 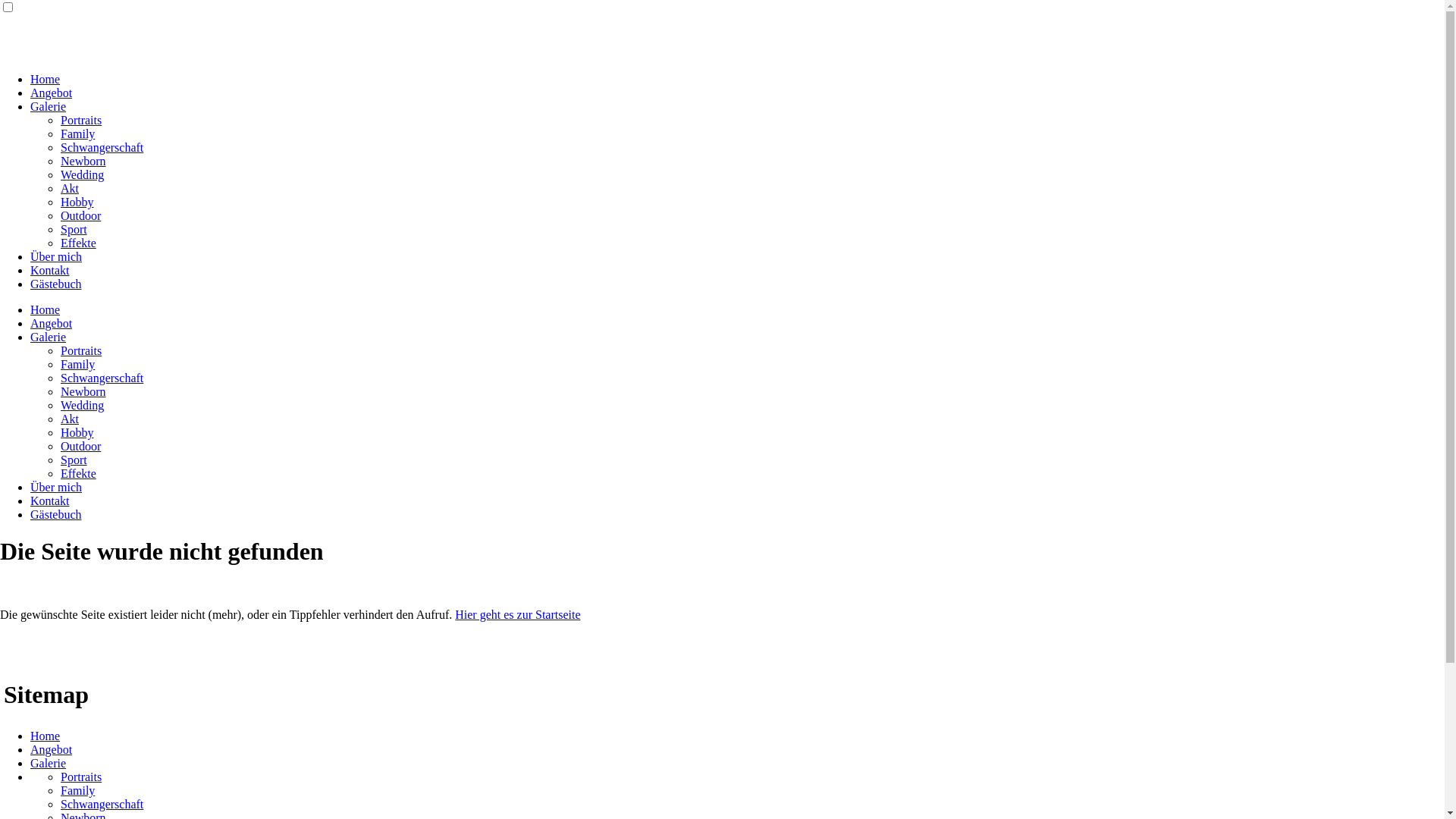 What do you see at coordinates (83, 391) in the screenshot?
I see `'Newborn'` at bounding box center [83, 391].